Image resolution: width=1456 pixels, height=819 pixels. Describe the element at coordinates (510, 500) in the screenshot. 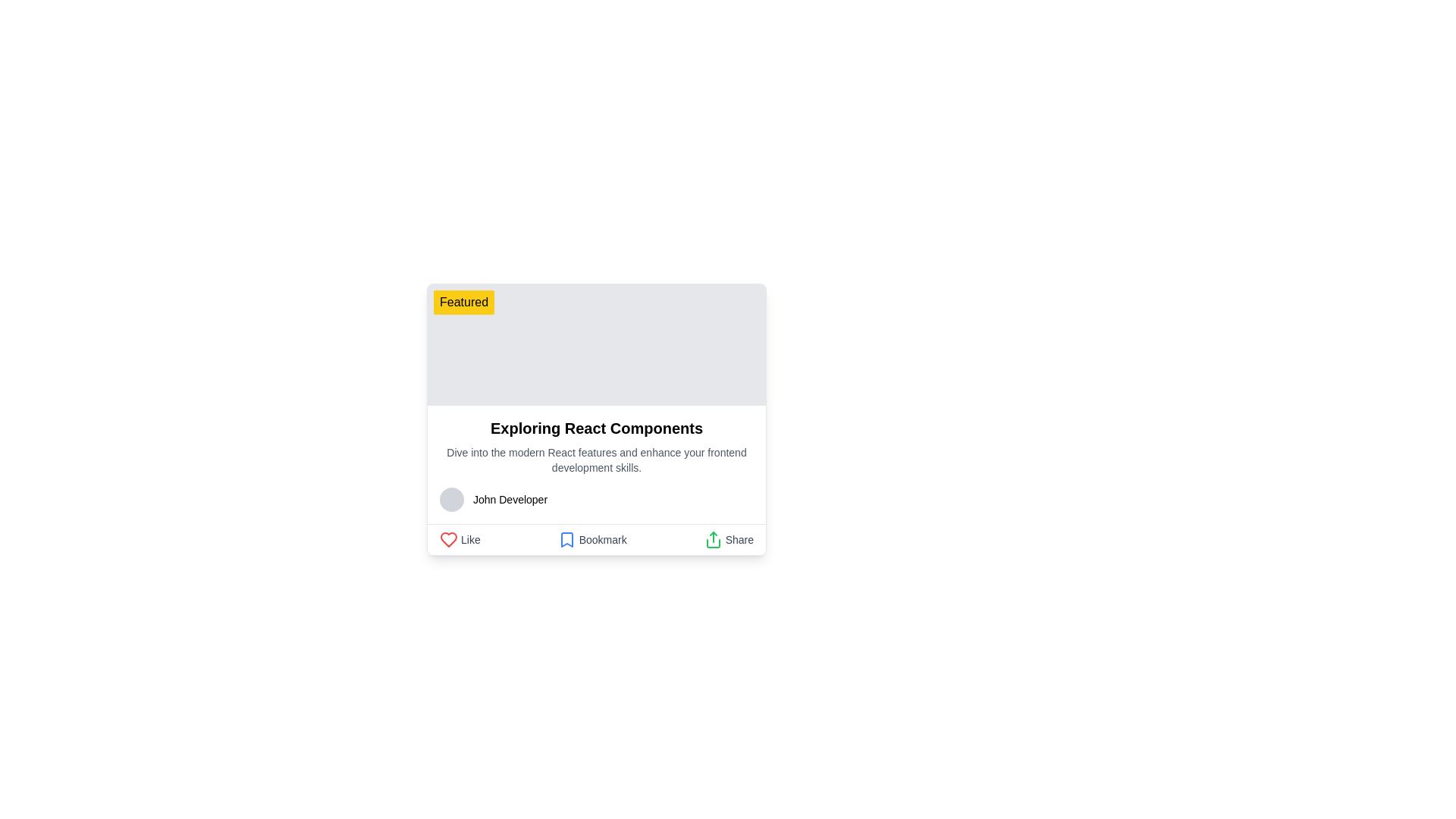

I see `the text label reading 'John Developer', which is styled with a small font size and black text color, located near the center-bottom of the interface adjacent to interactive elements` at that location.